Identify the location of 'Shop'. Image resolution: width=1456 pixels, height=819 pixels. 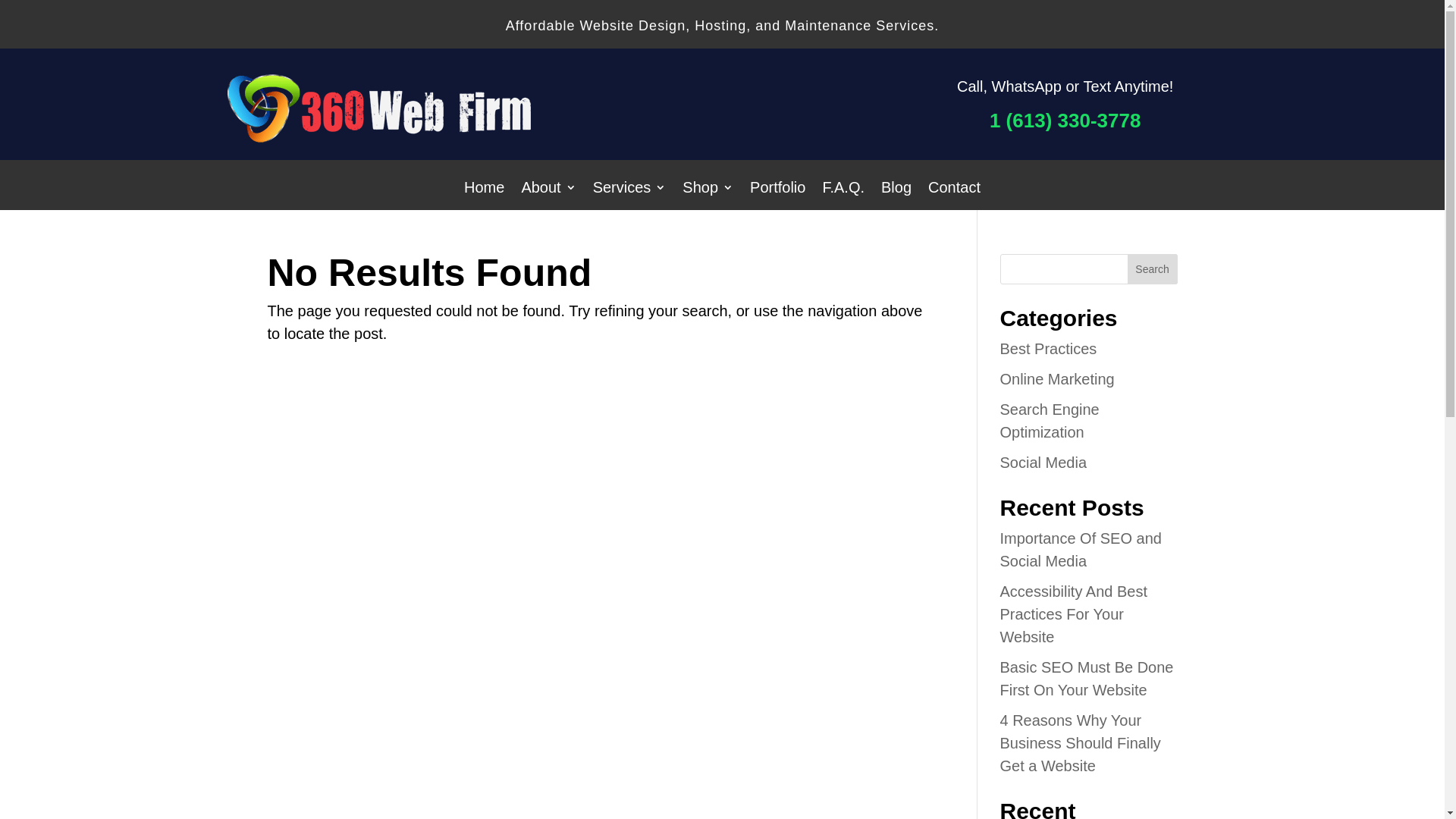
(707, 189).